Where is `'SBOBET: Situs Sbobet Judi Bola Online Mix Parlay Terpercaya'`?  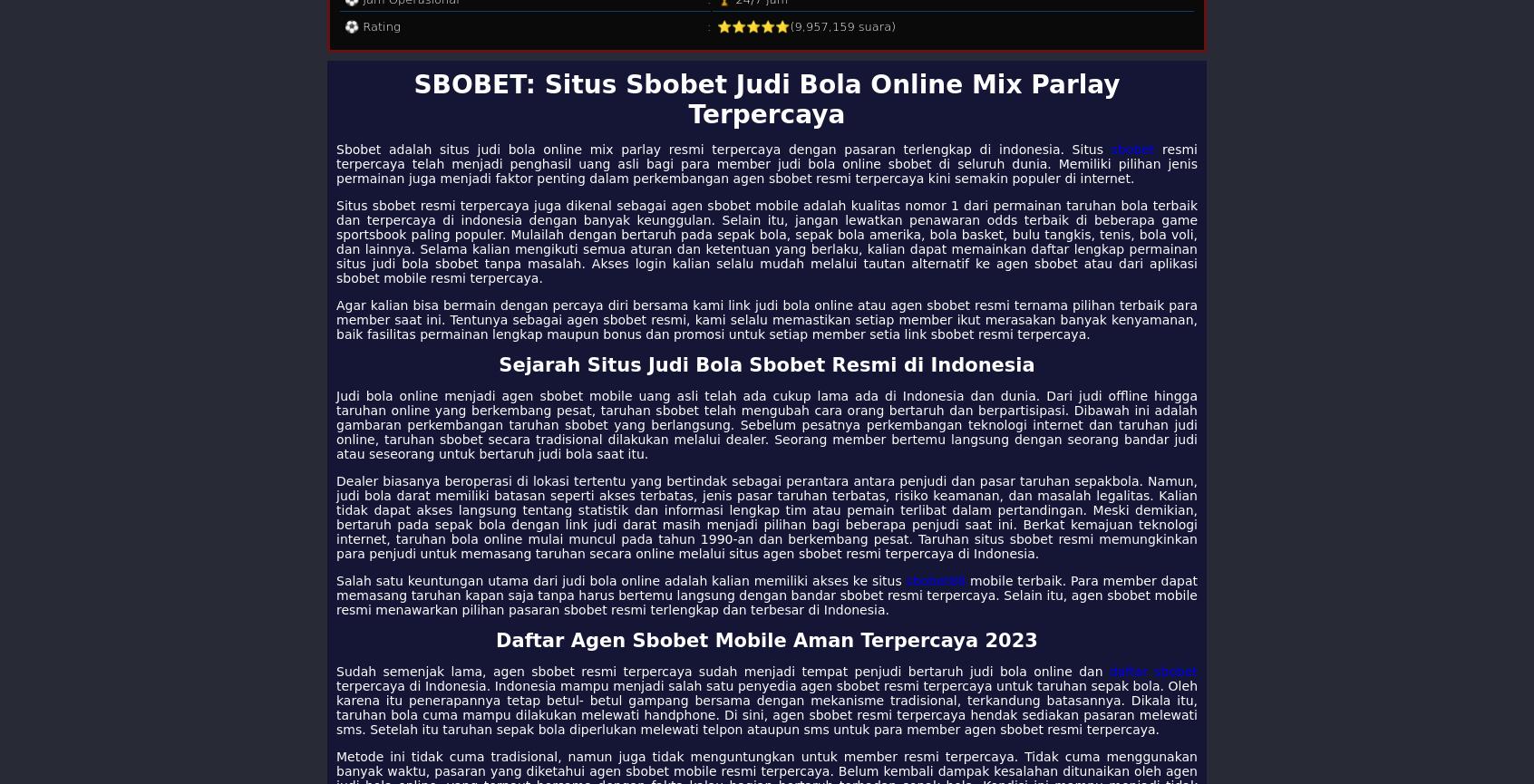 'SBOBET: Situs Sbobet Judi Bola Online Mix Parlay Terpercaya' is located at coordinates (412, 100).